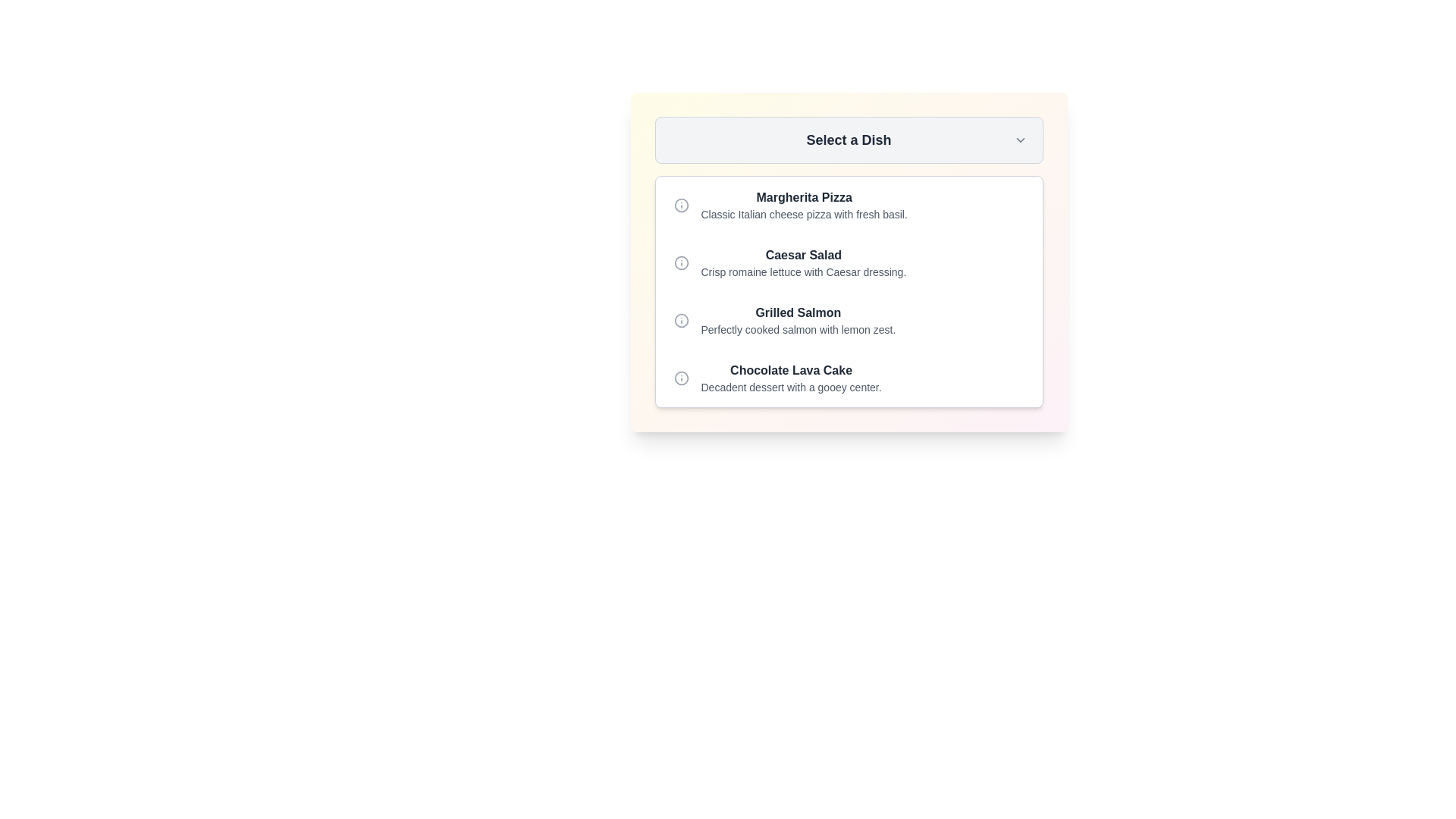  Describe the element at coordinates (848, 205) in the screenshot. I see `the selectable menu item titled 'Margherita Pizza'` at that location.